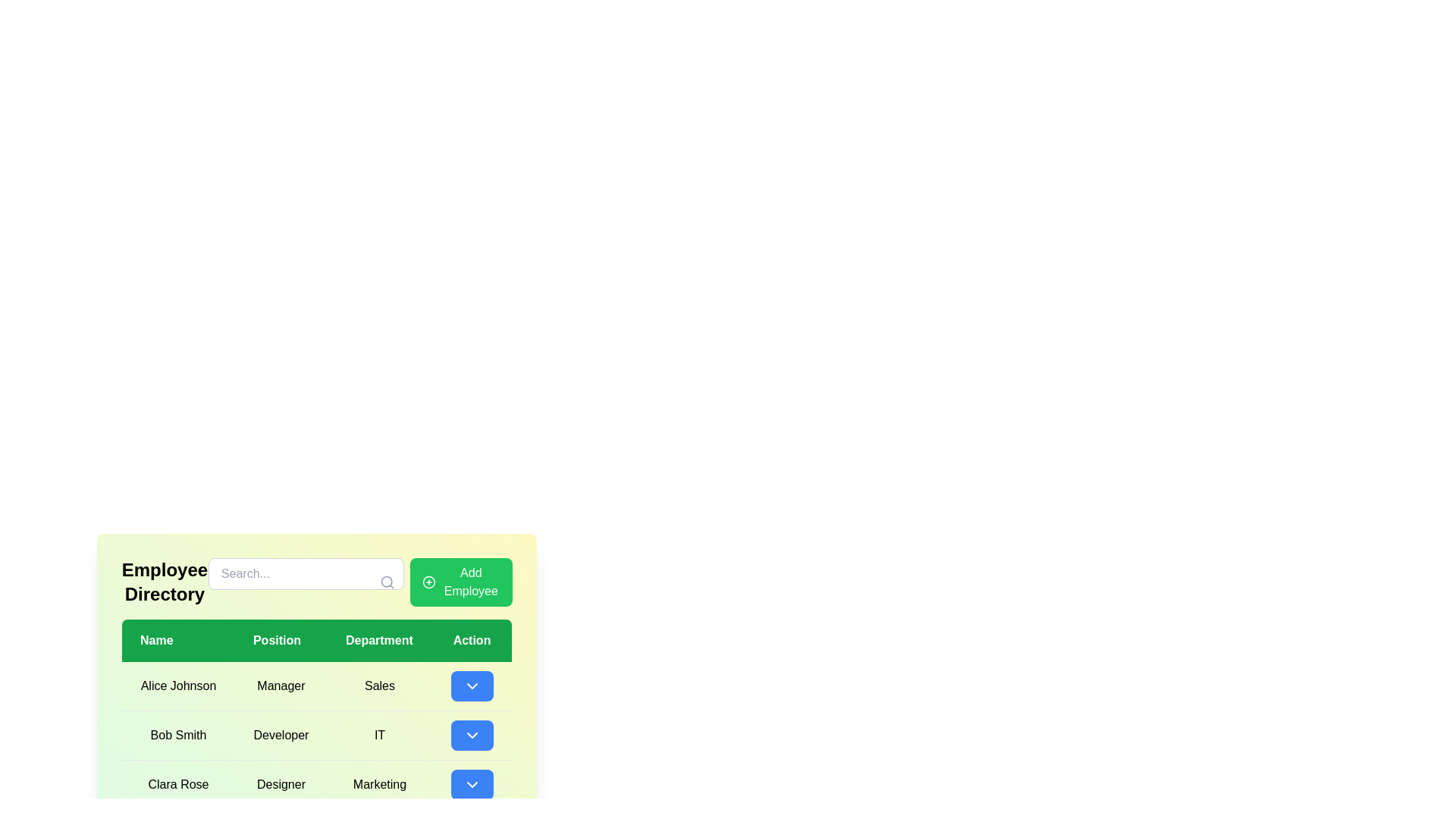 The height and width of the screenshot is (819, 1456). Describe the element at coordinates (386, 581) in the screenshot. I see `the circular SVG graphic that is part of the search icon, located to the right of the 'Search...' input field` at that location.